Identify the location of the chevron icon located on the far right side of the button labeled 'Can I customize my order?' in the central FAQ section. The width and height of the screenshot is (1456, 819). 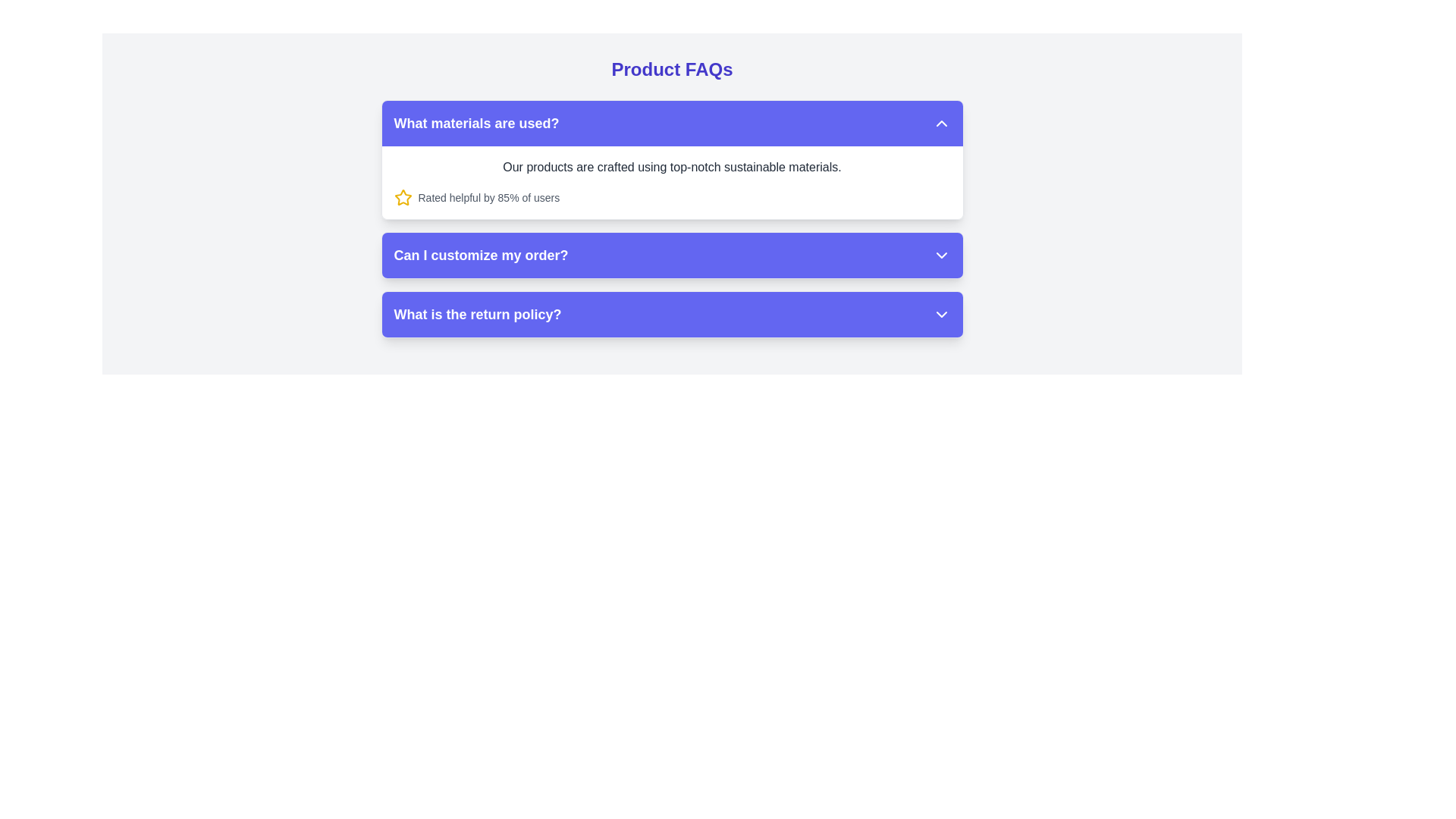
(940, 254).